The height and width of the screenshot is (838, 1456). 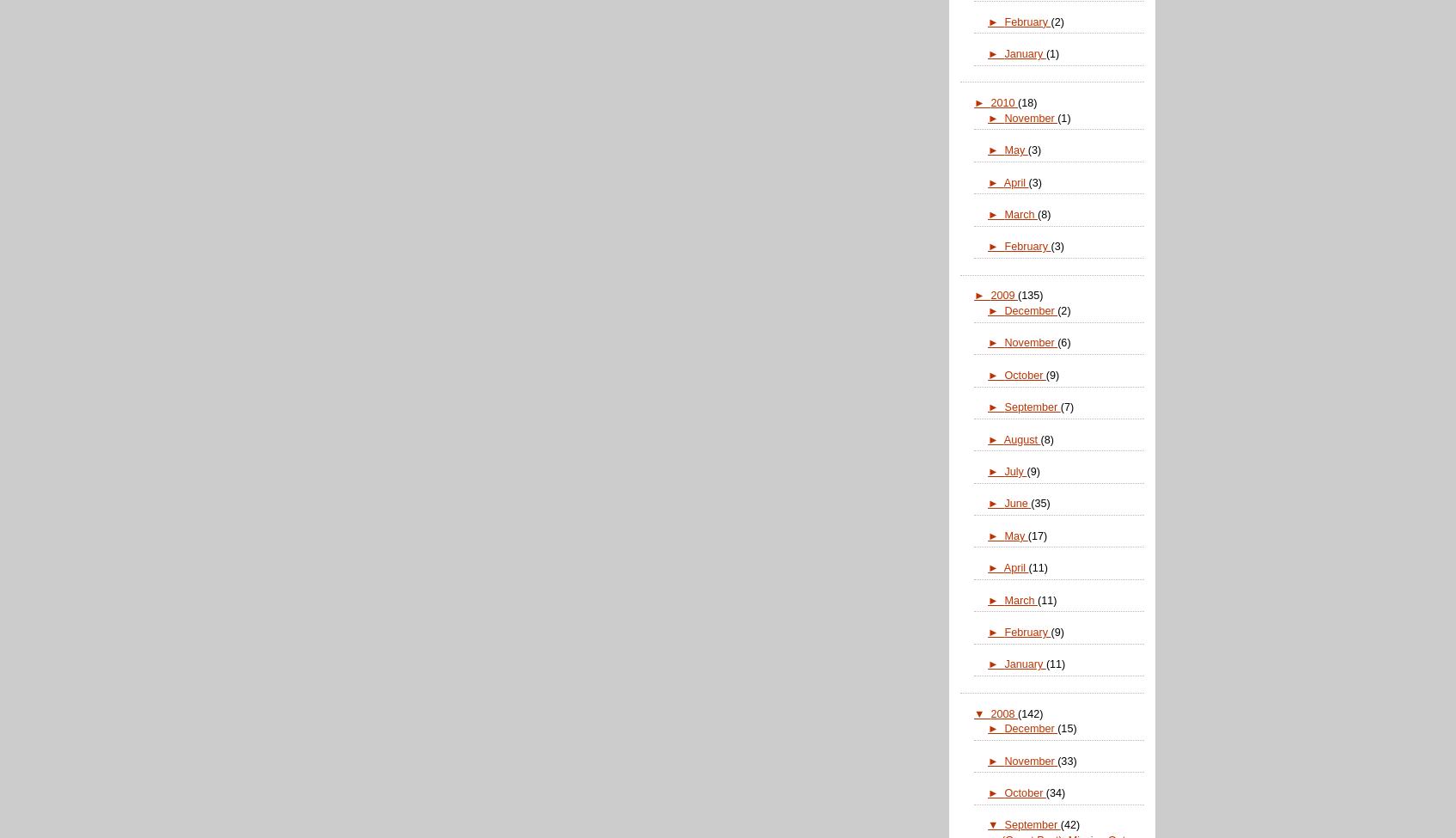 I want to click on '(15)', so click(x=1057, y=728).